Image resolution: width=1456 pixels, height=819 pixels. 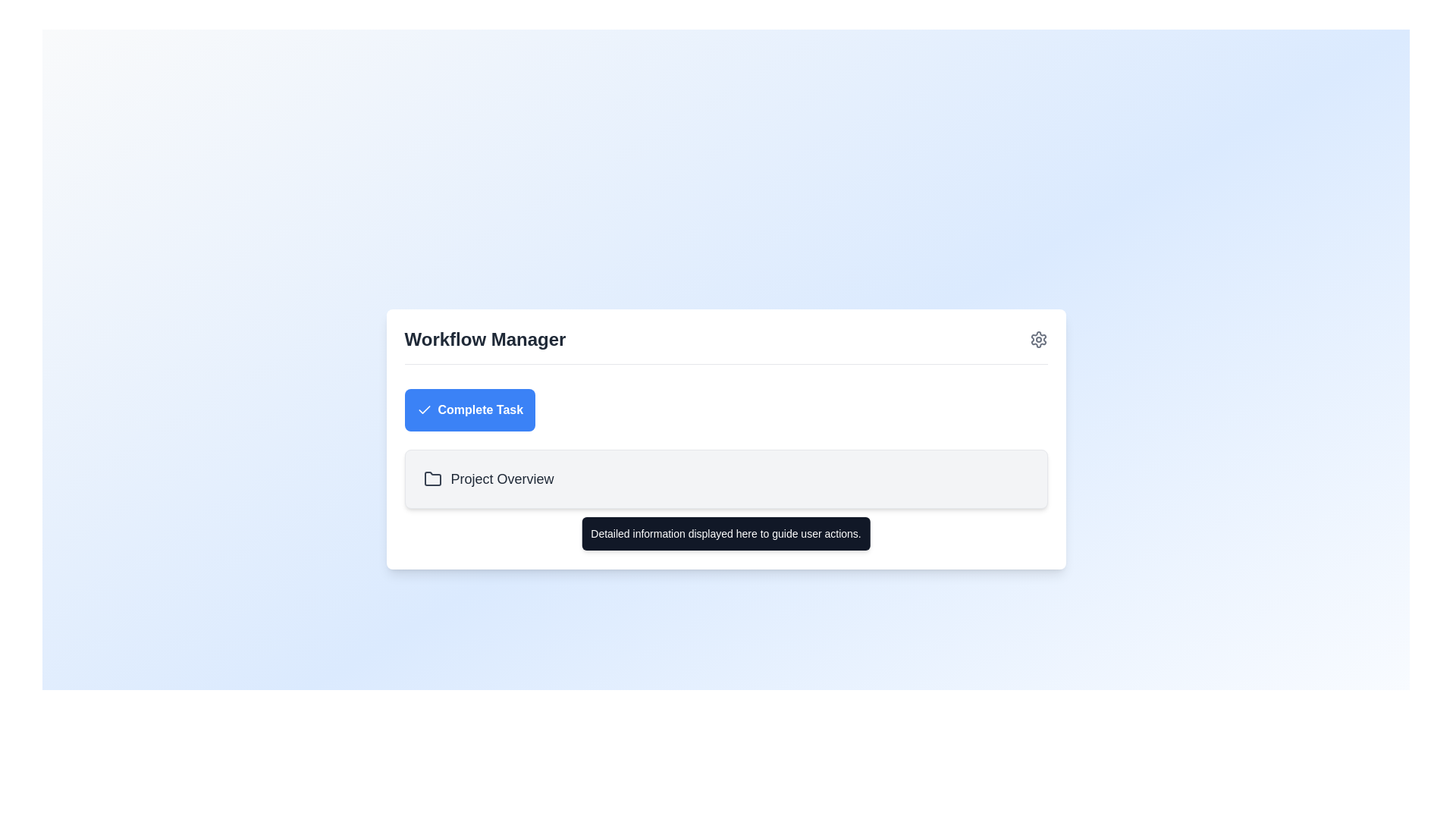 I want to click on the folder icon located next to the 'Project Overview' text, which is a minimalist outline-based design in a grayish tone, so click(x=431, y=479).